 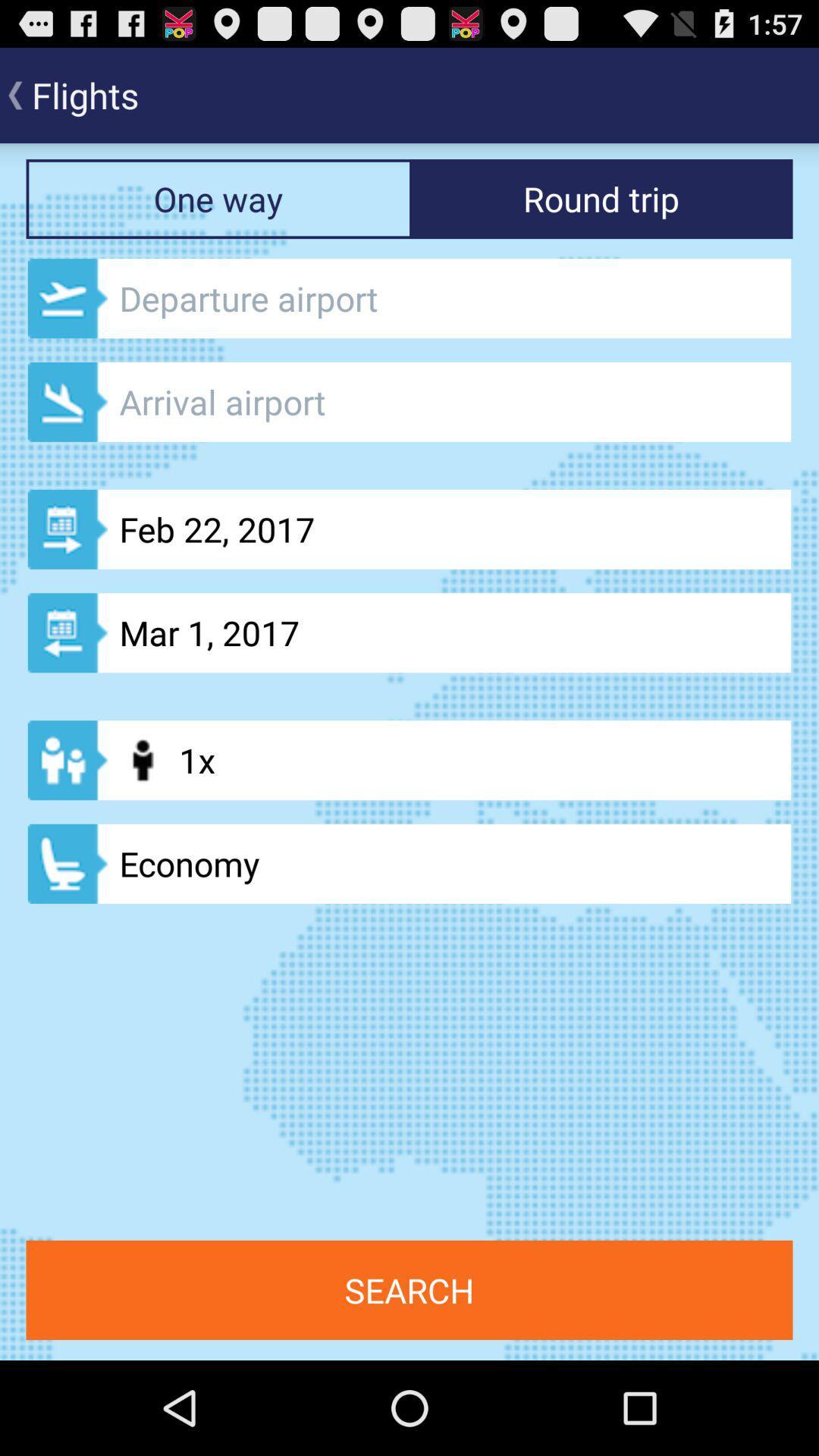 I want to click on the icon which is on the fourth row, so click(x=67, y=760).